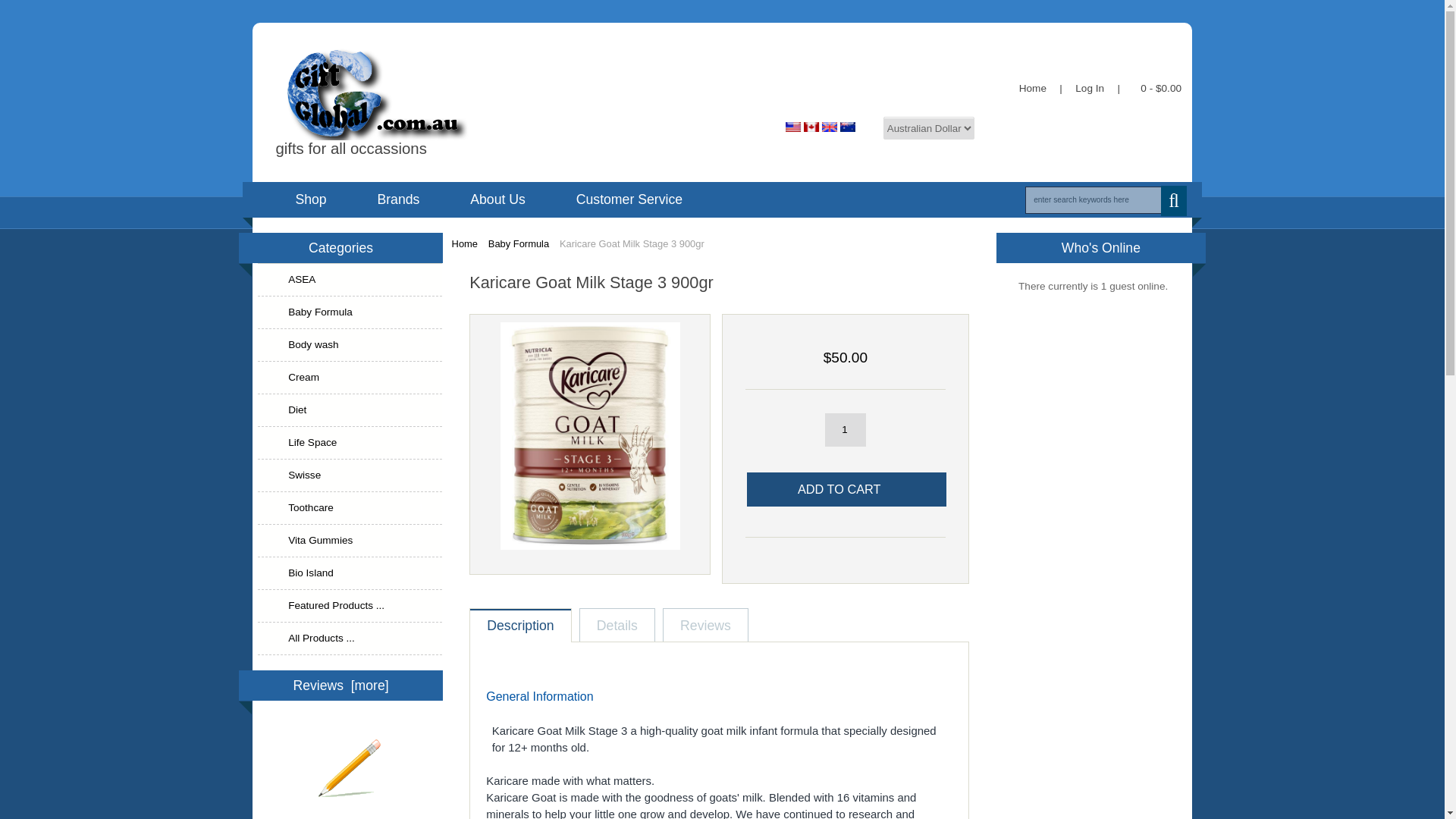 The height and width of the screenshot is (819, 1456). What do you see at coordinates (617, 626) in the screenshot?
I see `'Details'` at bounding box center [617, 626].